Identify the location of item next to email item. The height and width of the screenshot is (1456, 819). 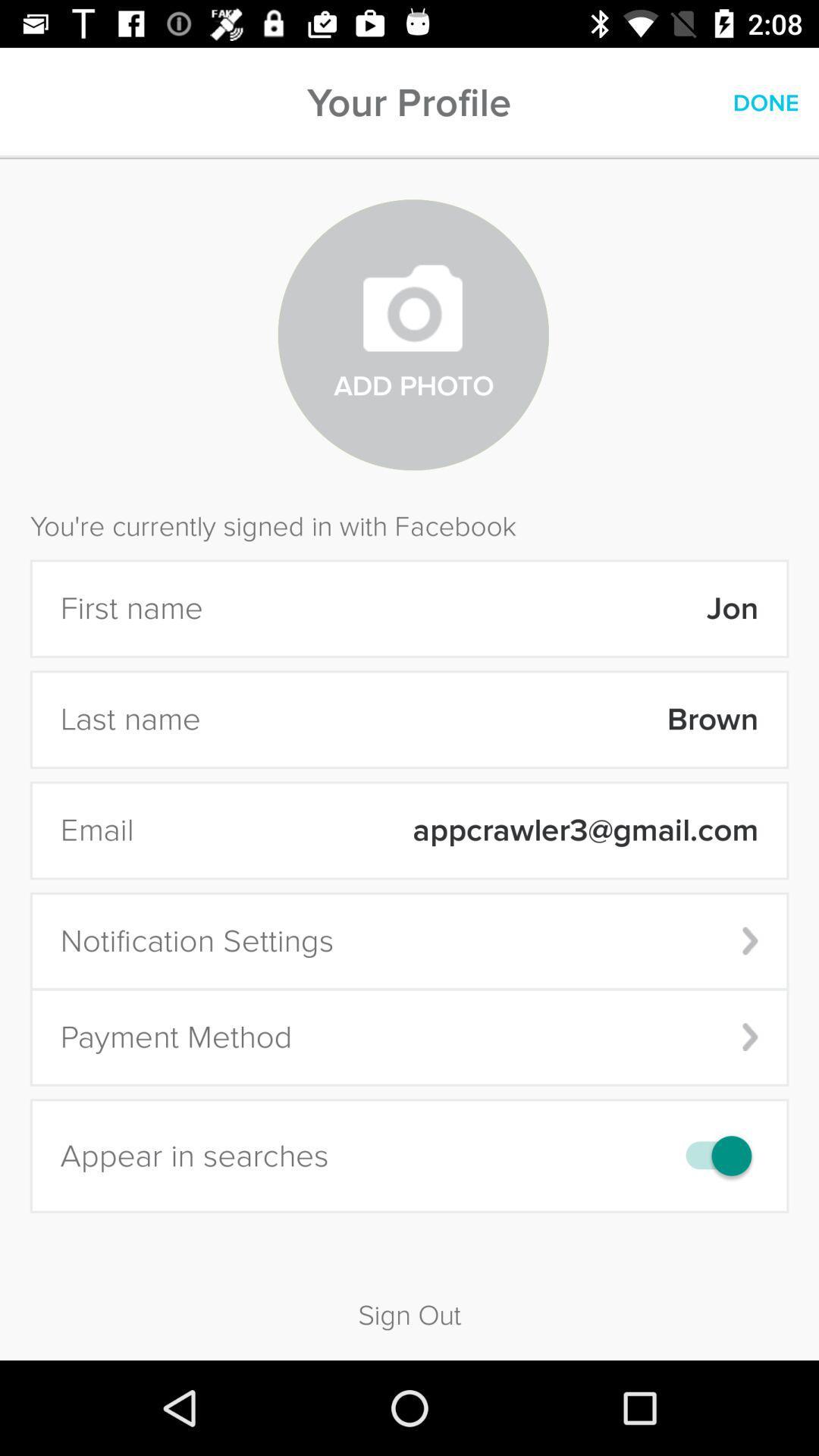
(455, 830).